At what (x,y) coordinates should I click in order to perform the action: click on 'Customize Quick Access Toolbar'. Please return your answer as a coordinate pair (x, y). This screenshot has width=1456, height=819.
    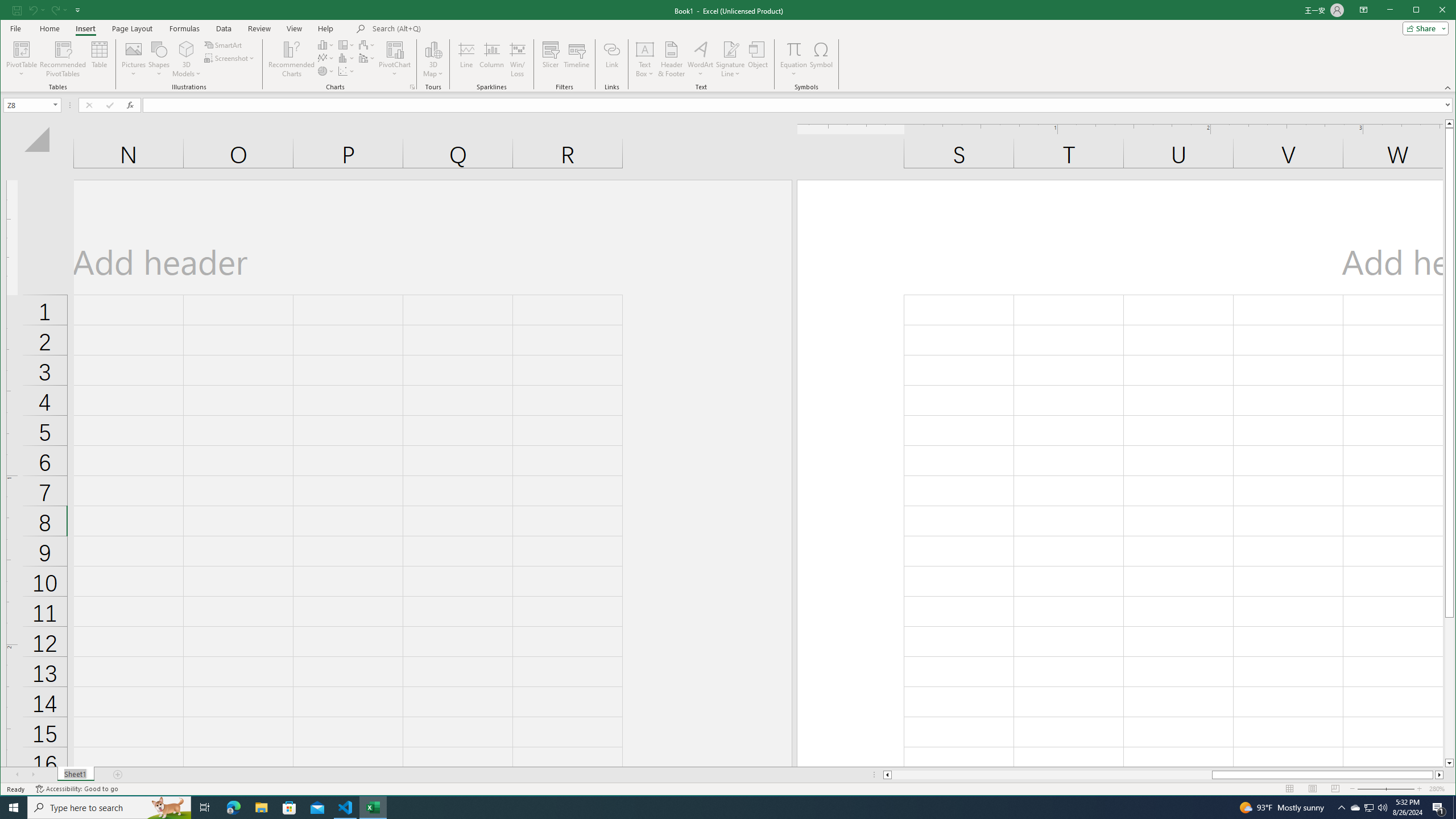
    Looking at the image, I should click on (77, 9).